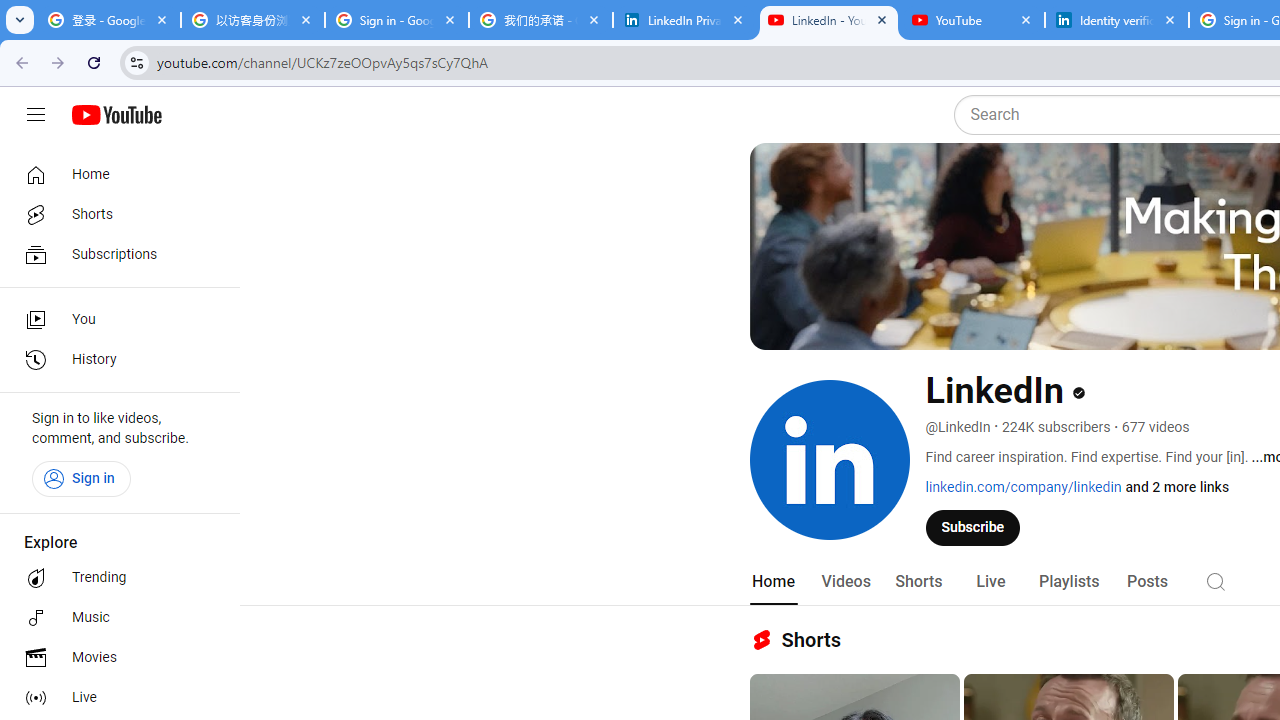  Describe the element at coordinates (845, 581) in the screenshot. I see `'Videos'` at that location.